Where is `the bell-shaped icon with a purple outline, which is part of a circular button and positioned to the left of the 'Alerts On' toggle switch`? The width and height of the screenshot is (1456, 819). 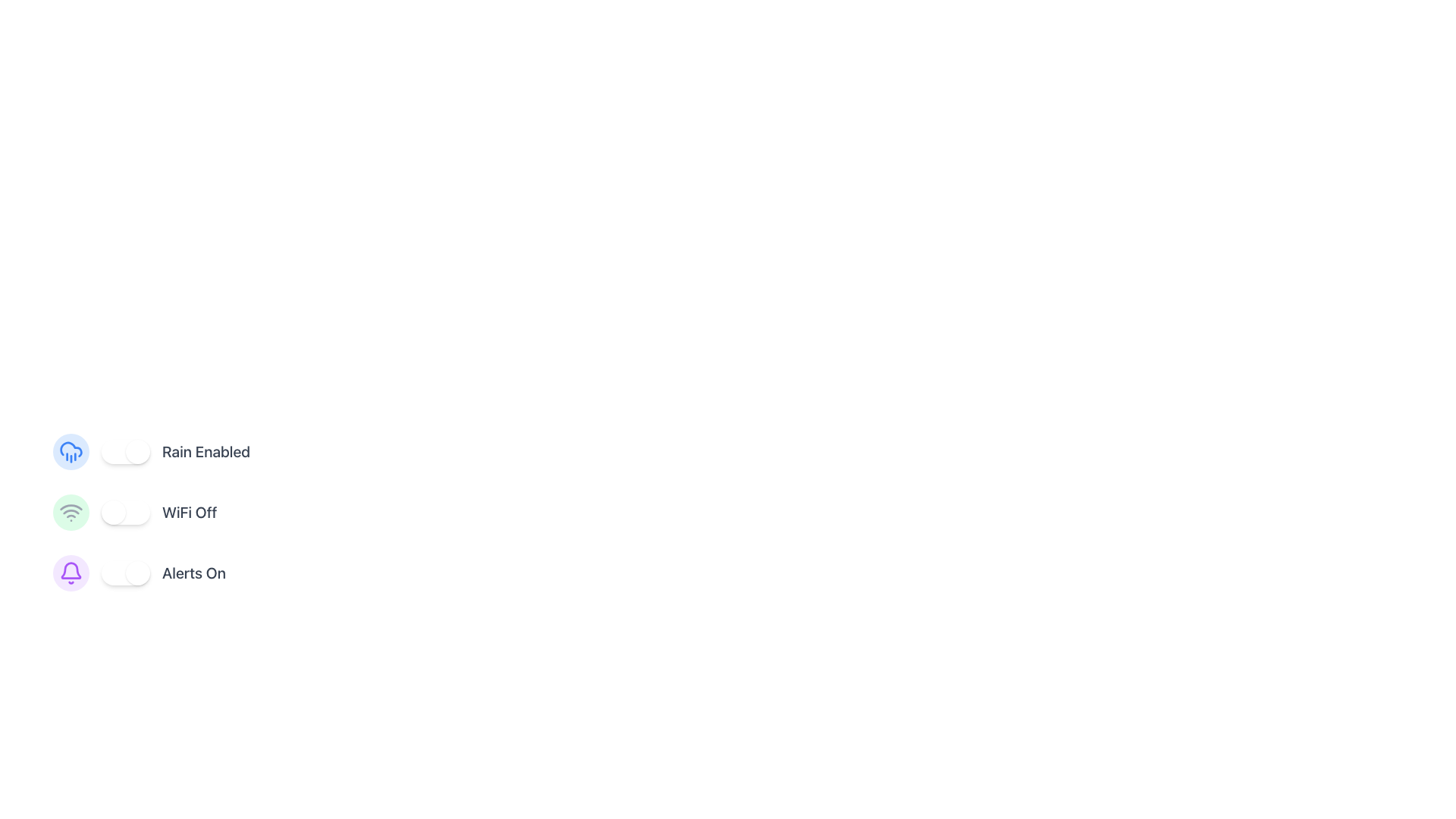 the bell-shaped icon with a purple outline, which is part of a circular button and positioned to the left of the 'Alerts On' toggle switch is located at coordinates (71, 573).